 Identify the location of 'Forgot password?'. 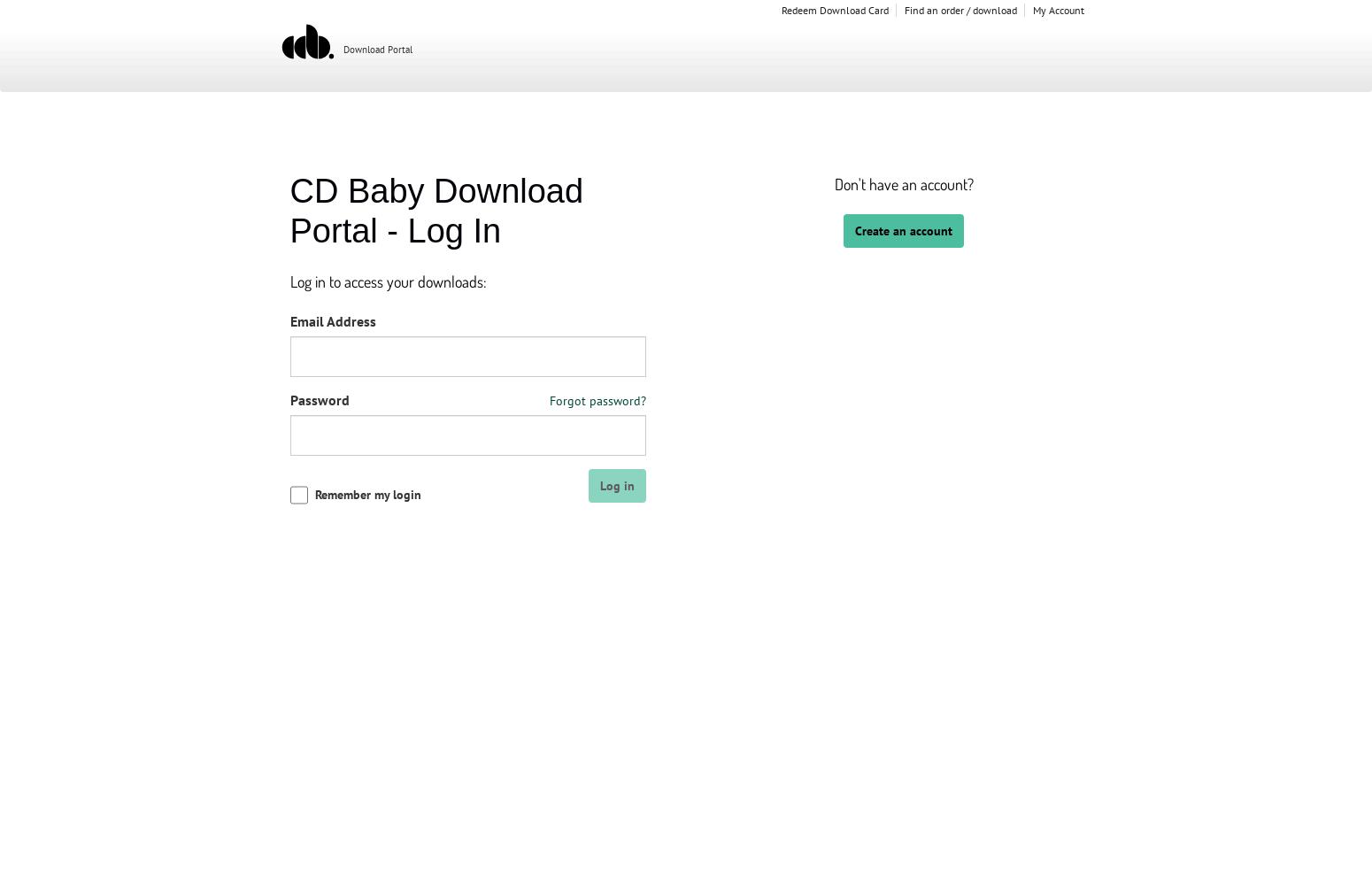
(597, 399).